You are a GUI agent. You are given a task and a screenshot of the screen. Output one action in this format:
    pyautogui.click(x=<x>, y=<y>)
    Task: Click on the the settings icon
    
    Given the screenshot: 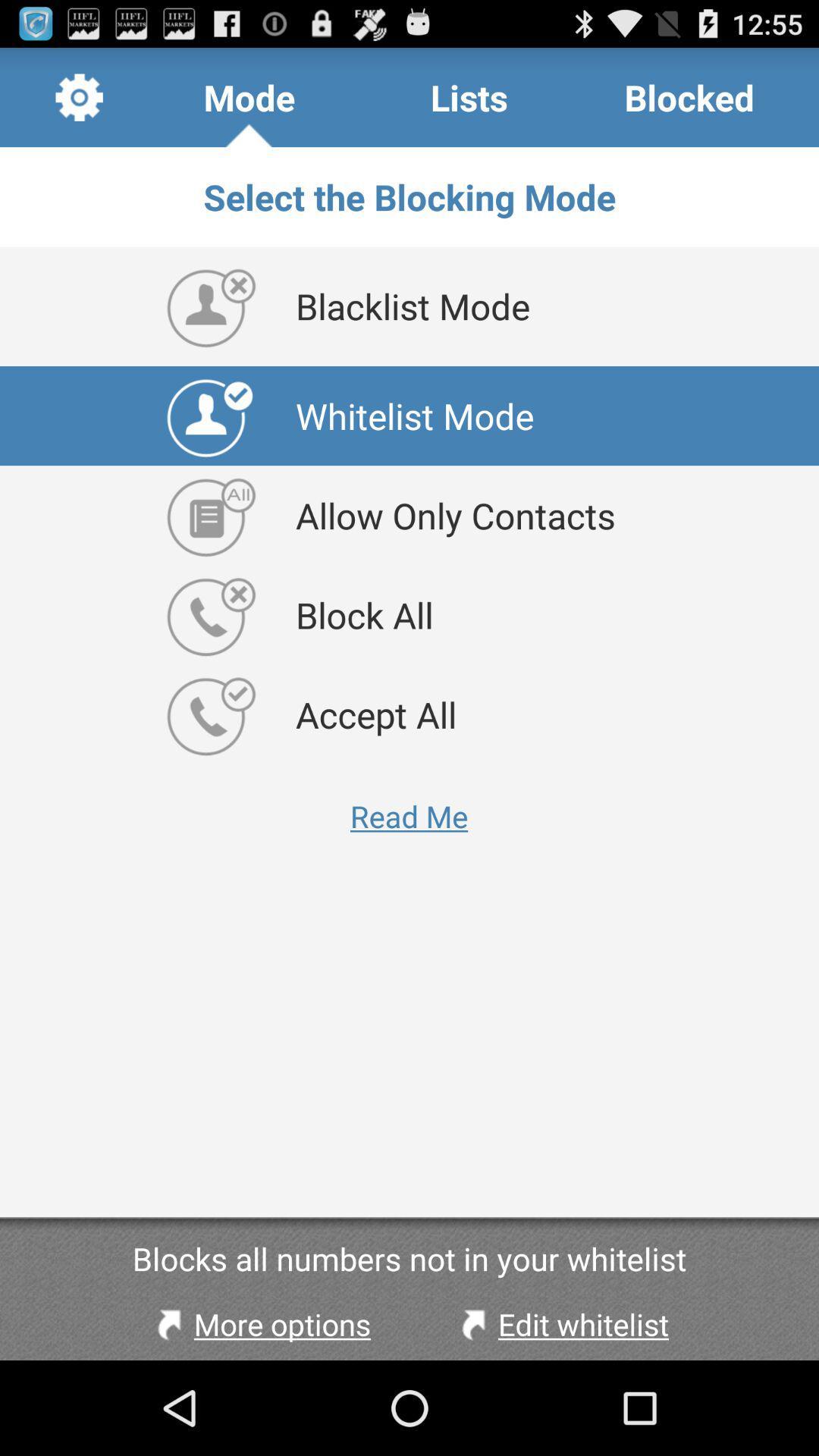 What is the action you would take?
    pyautogui.click(x=79, y=103)
    